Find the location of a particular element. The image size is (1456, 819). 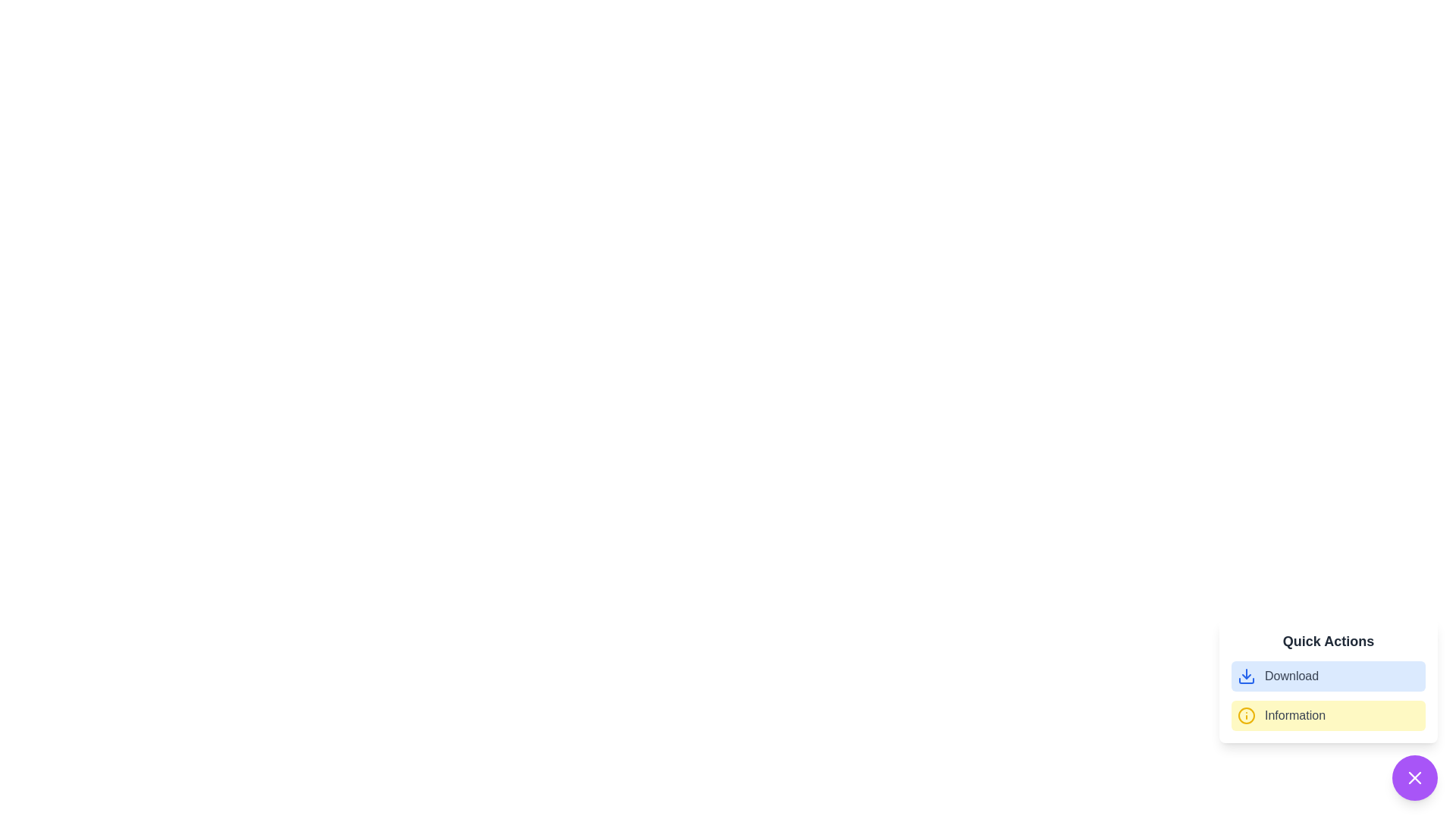

the circular button with a vibrant purple background and white cross icon located at the bottom-right corner beneath the 'Quick Actions' section to observe any hover effects is located at coordinates (1414, 778).